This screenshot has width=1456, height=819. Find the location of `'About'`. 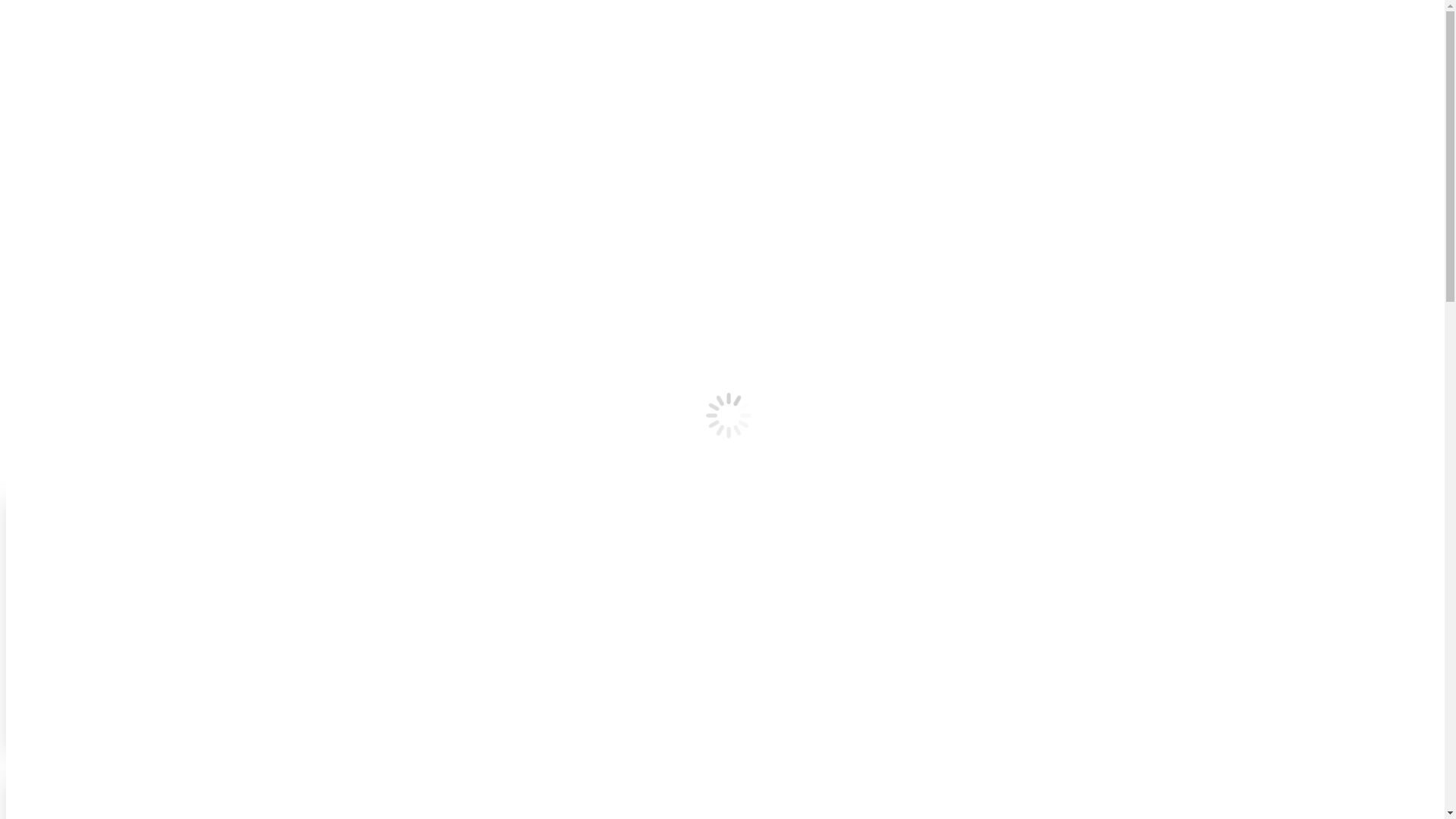

'About' is located at coordinates (51, 128).